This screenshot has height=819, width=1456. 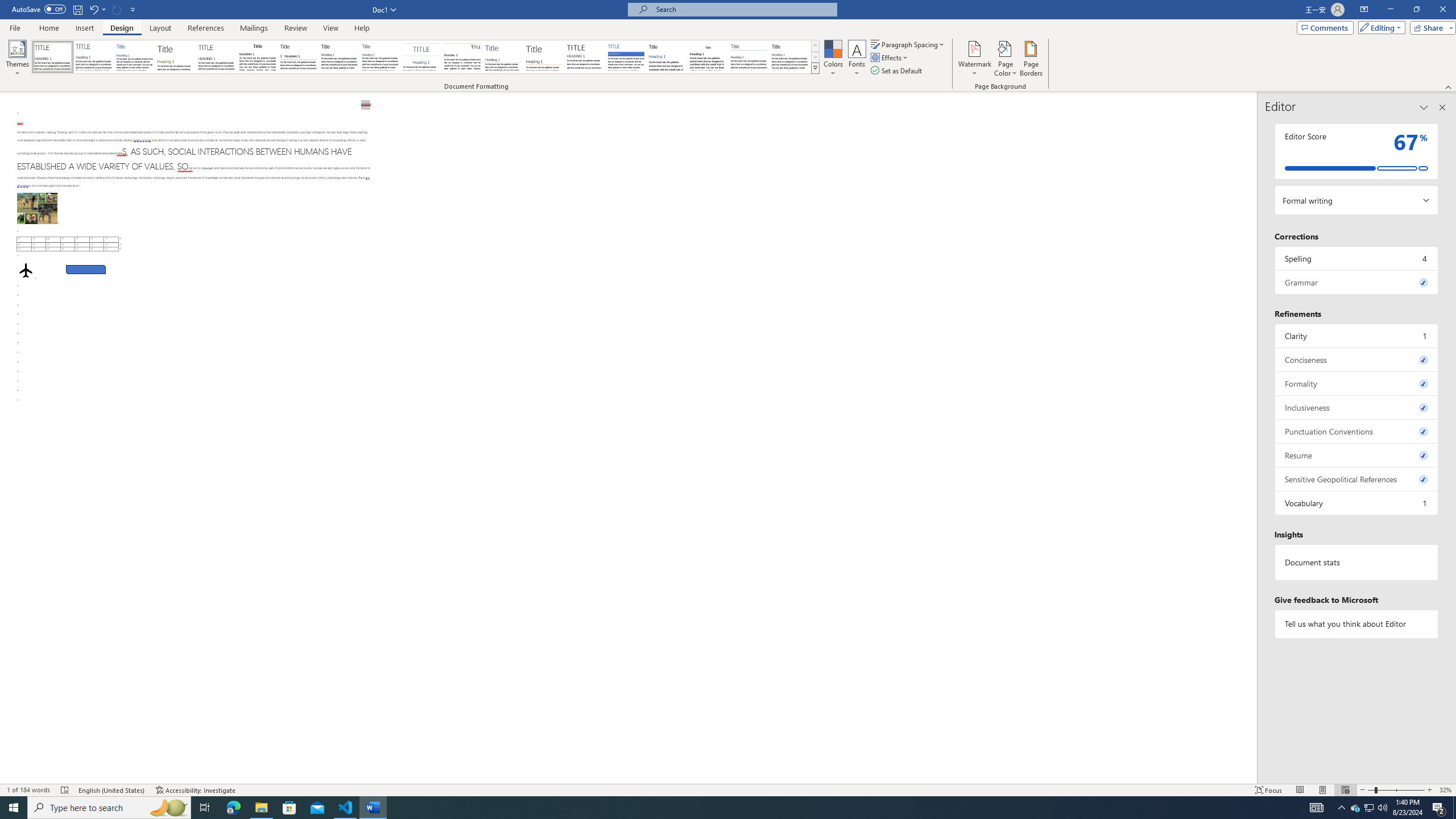 I want to click on 'AutomationID: QuickStylesSets', so click(x=425, y=56).